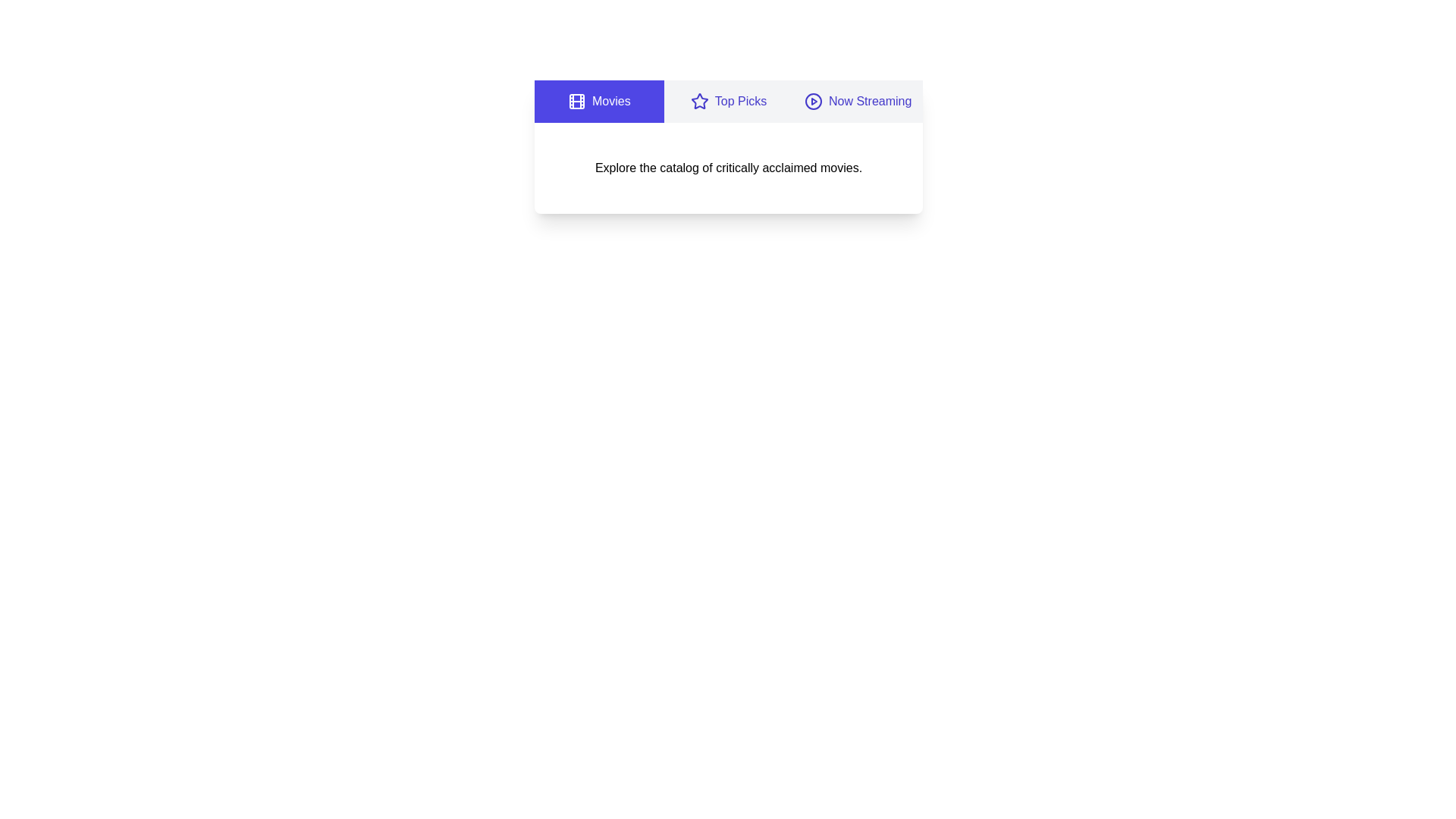 This screenshot has width=1456, height=819. Describe the element at coordinates (598, 102) in the screenshot. I see `the tab corresponding to Movies` at that location.